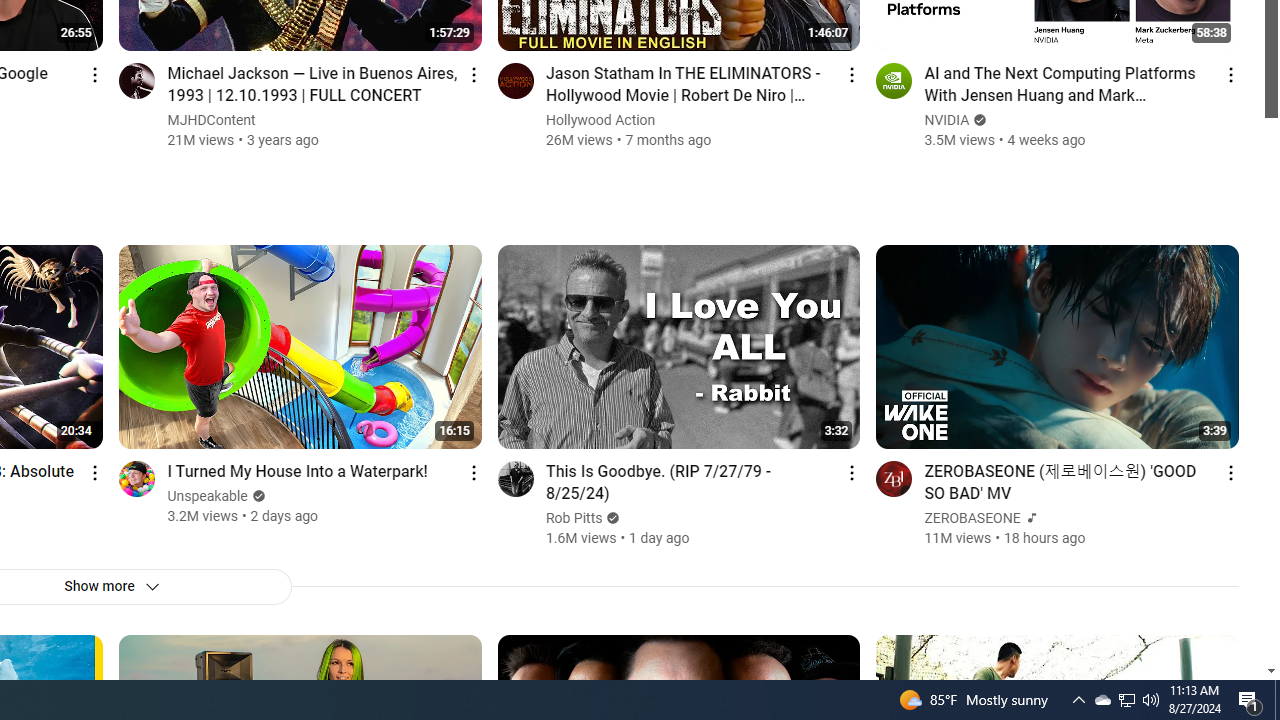 Image resolution: width=1280 pixels, height=720 pixels. Describe the element at coordinates (893, 478) in the screenshot. I see `'Go to channel'` at that location.